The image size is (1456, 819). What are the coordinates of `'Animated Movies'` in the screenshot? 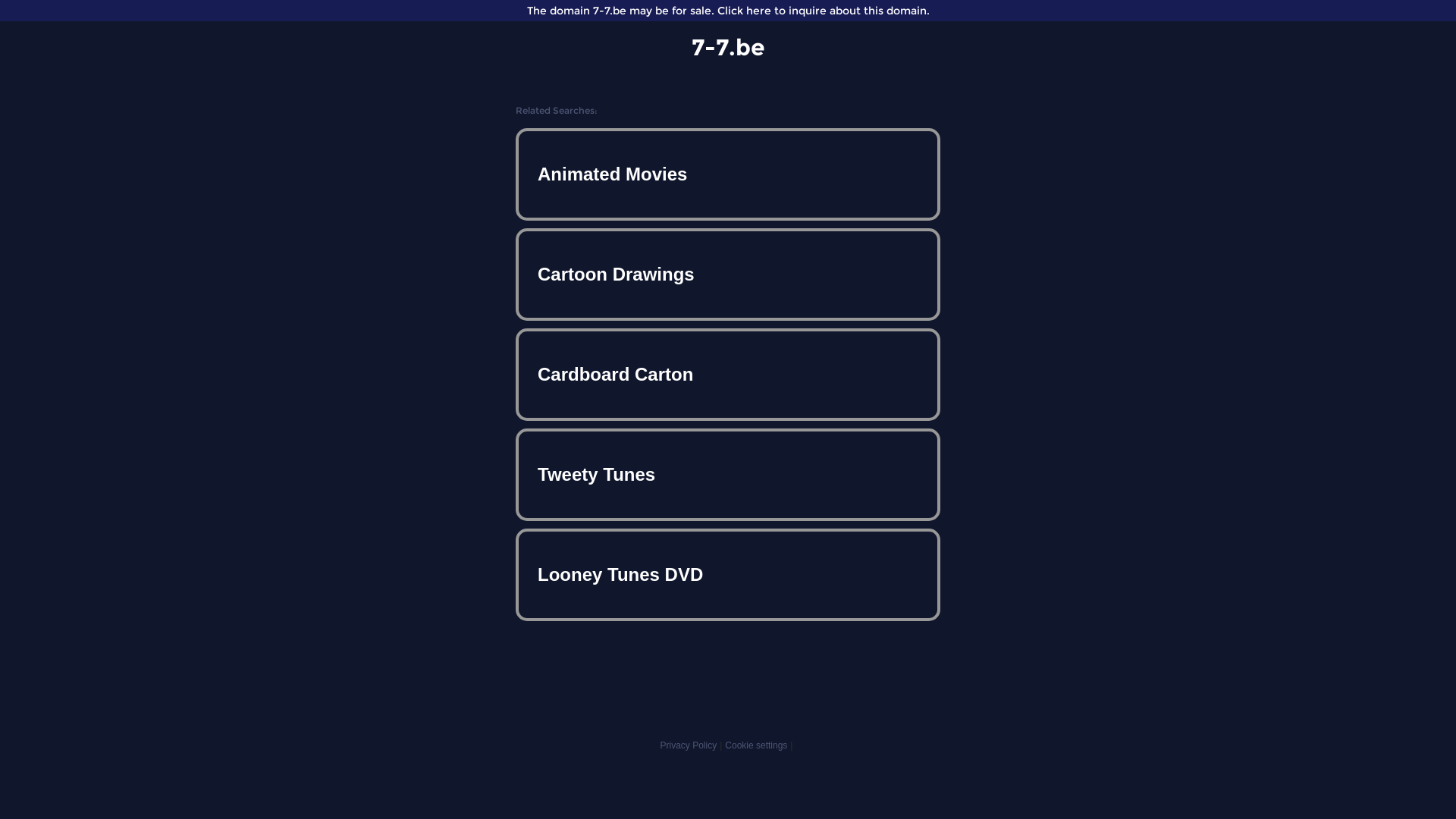 It's located at (728, 174).